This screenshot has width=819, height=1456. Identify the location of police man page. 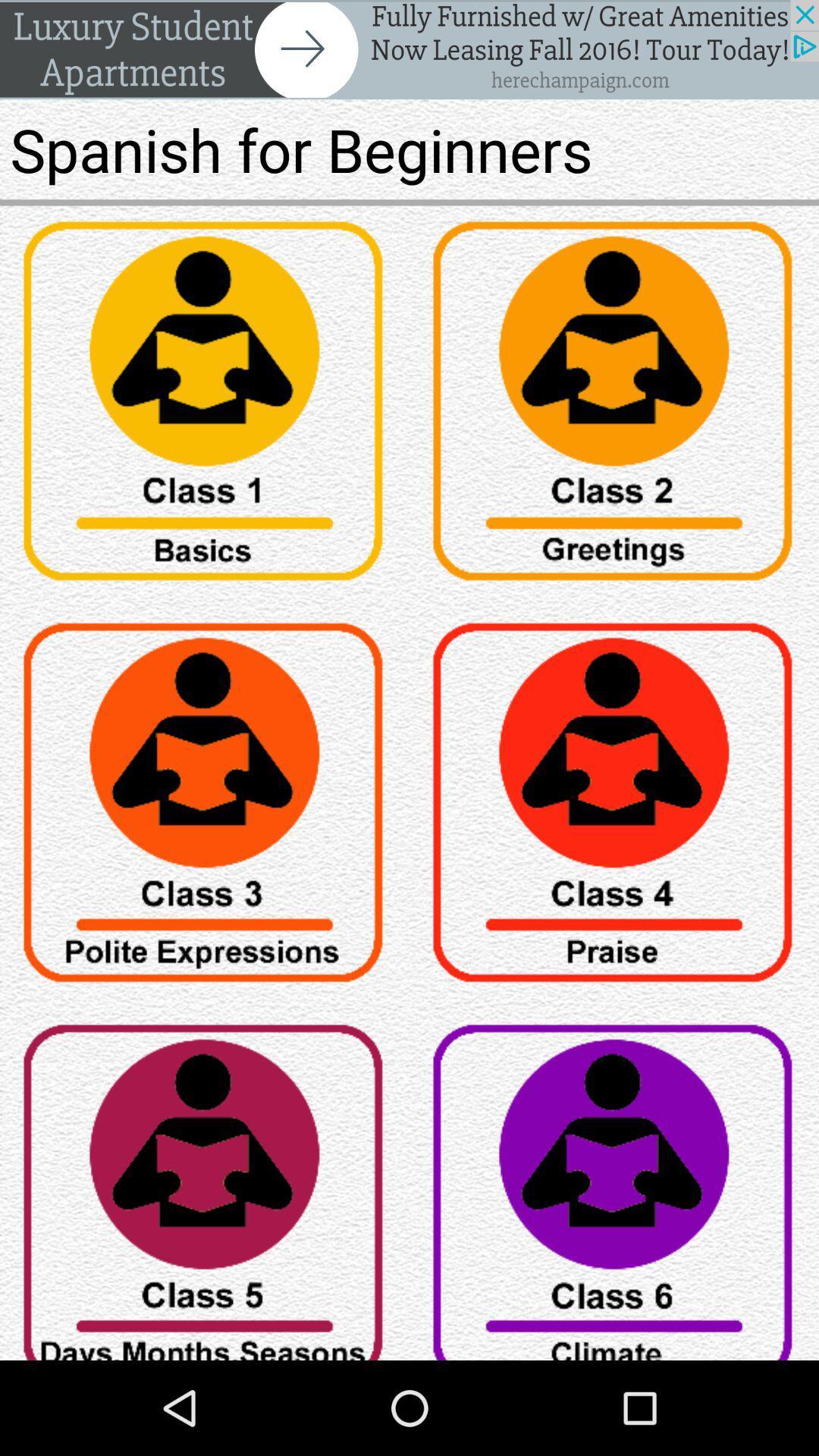
(205, 807).